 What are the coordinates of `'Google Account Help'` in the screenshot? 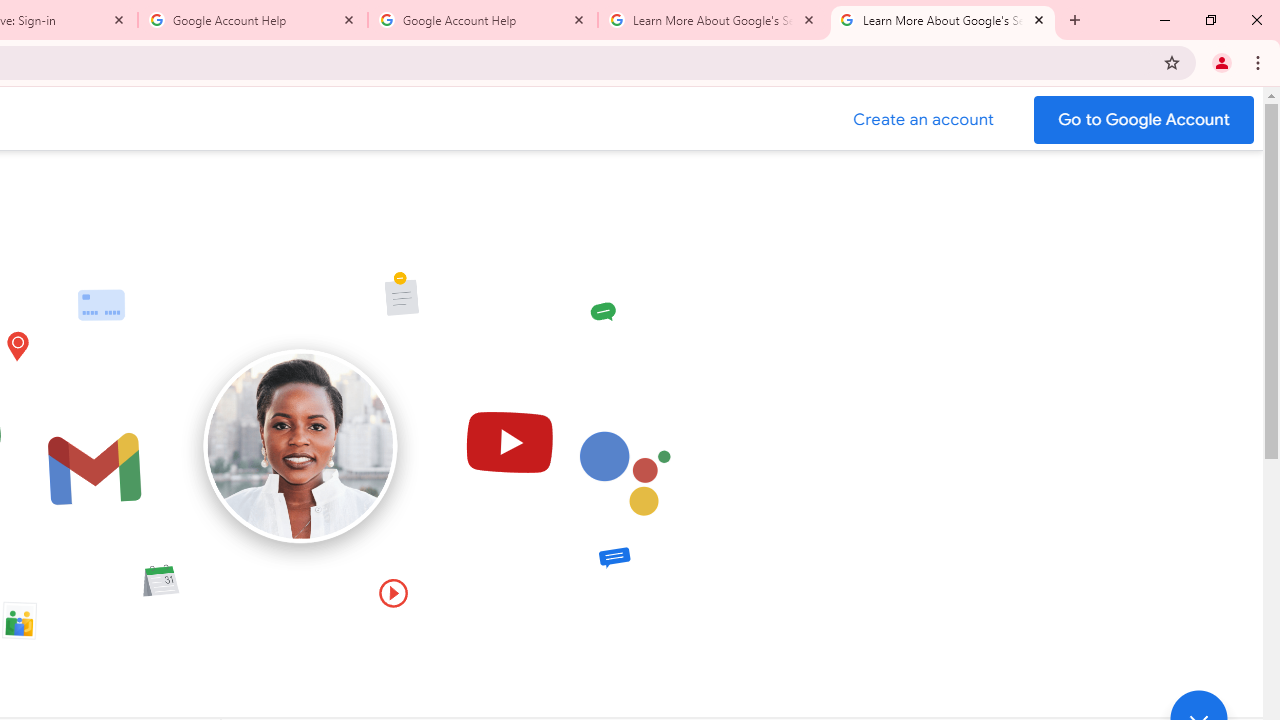 It's located at (252, 20).